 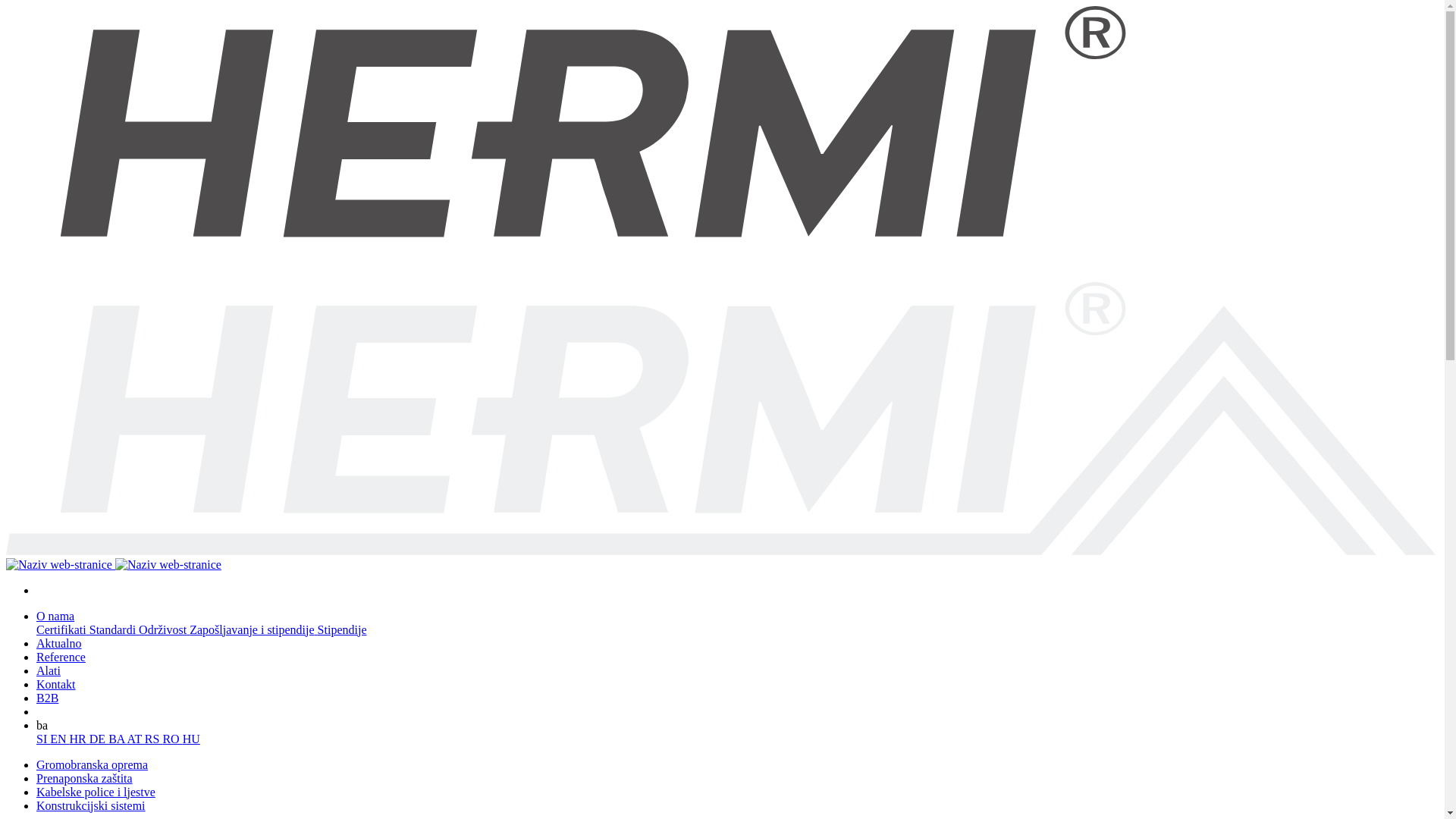 I want to click on 'Kontakt', so click(x=55, y=684).